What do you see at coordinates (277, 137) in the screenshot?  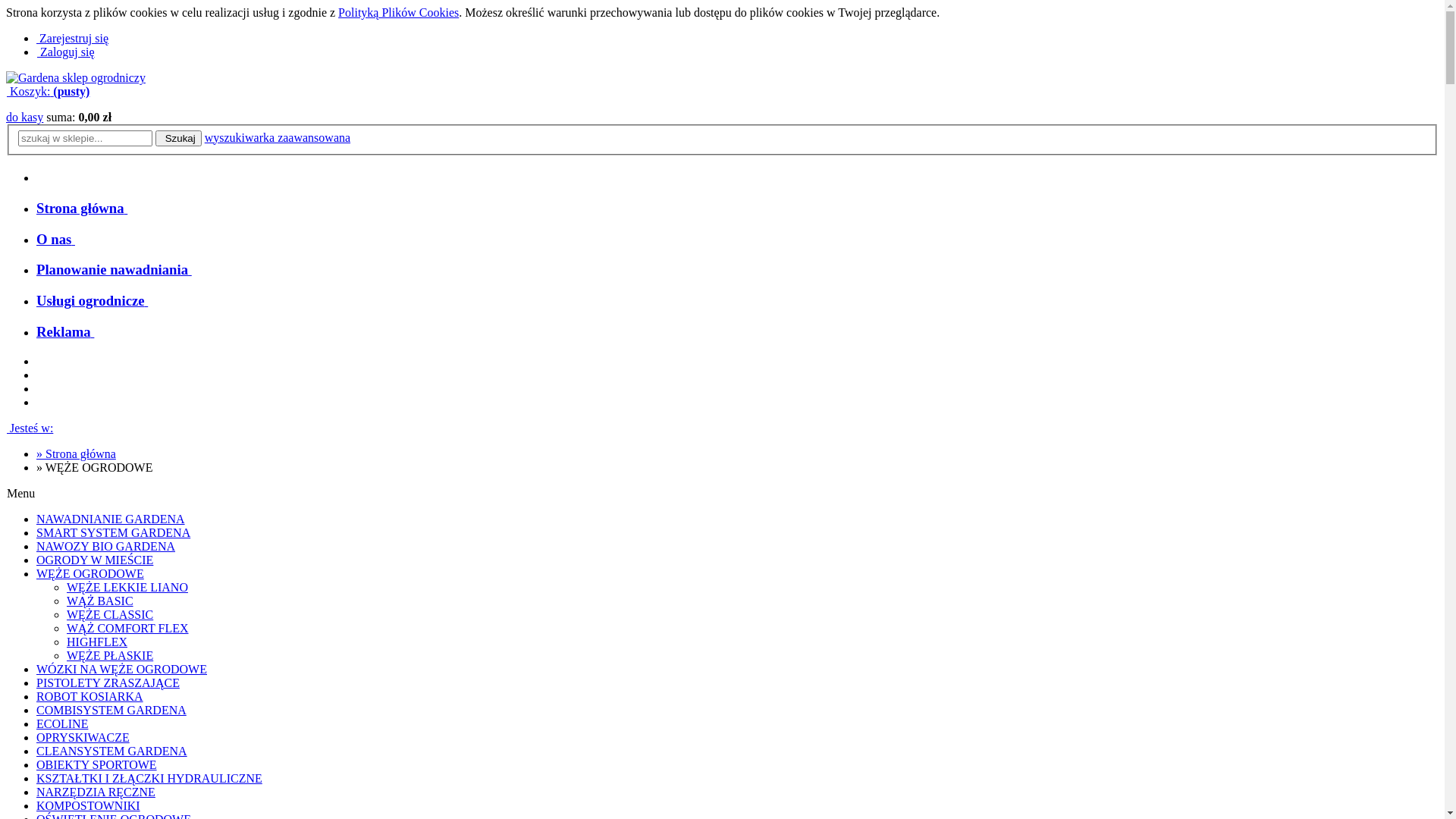 I see `'wyszukiwarka zaawansowana'` at bounding box center [277, 137].